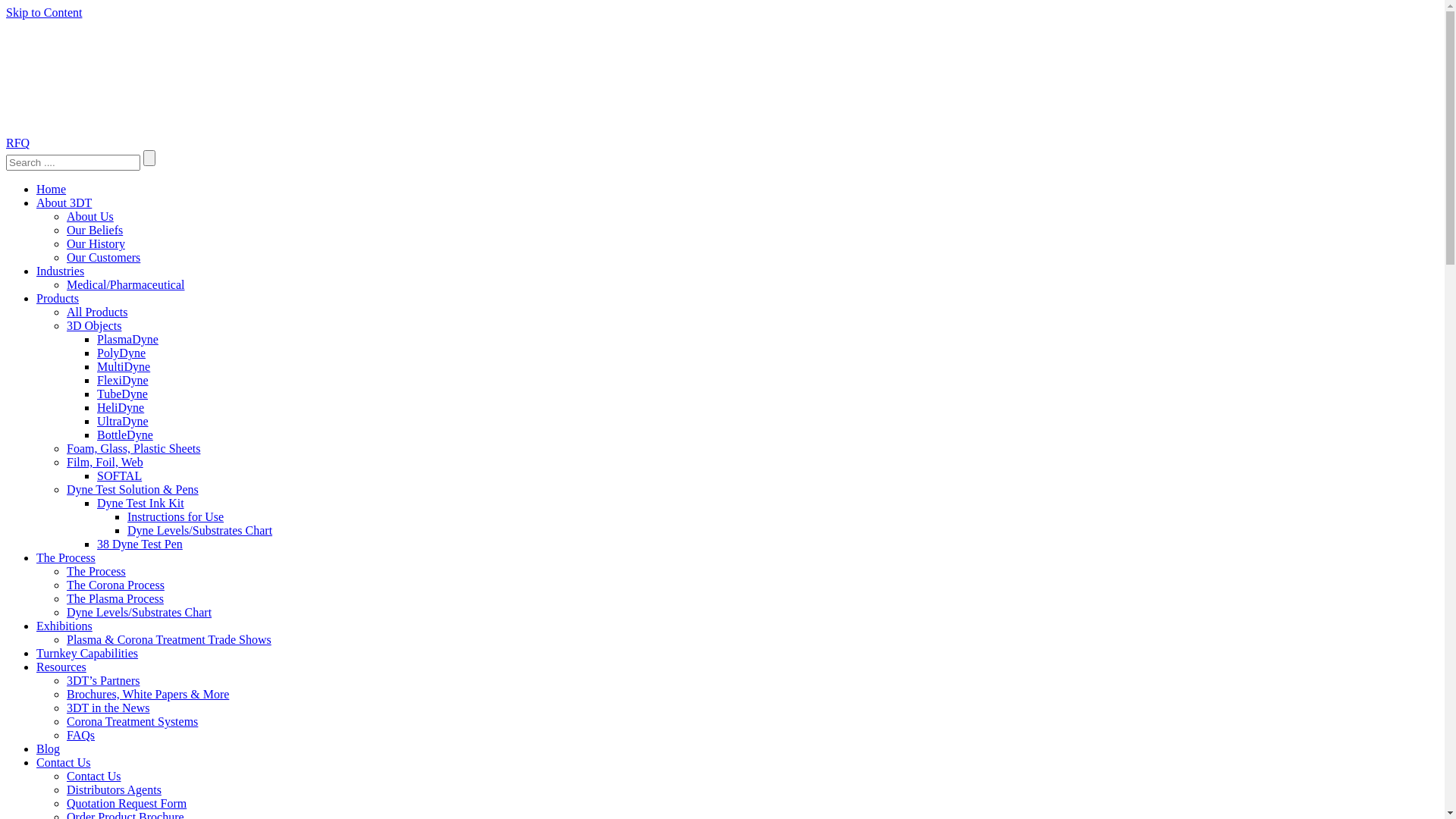 This screenshot has height=819, width=1456. I want to click on 'Exhibitions', so click(64, 626).